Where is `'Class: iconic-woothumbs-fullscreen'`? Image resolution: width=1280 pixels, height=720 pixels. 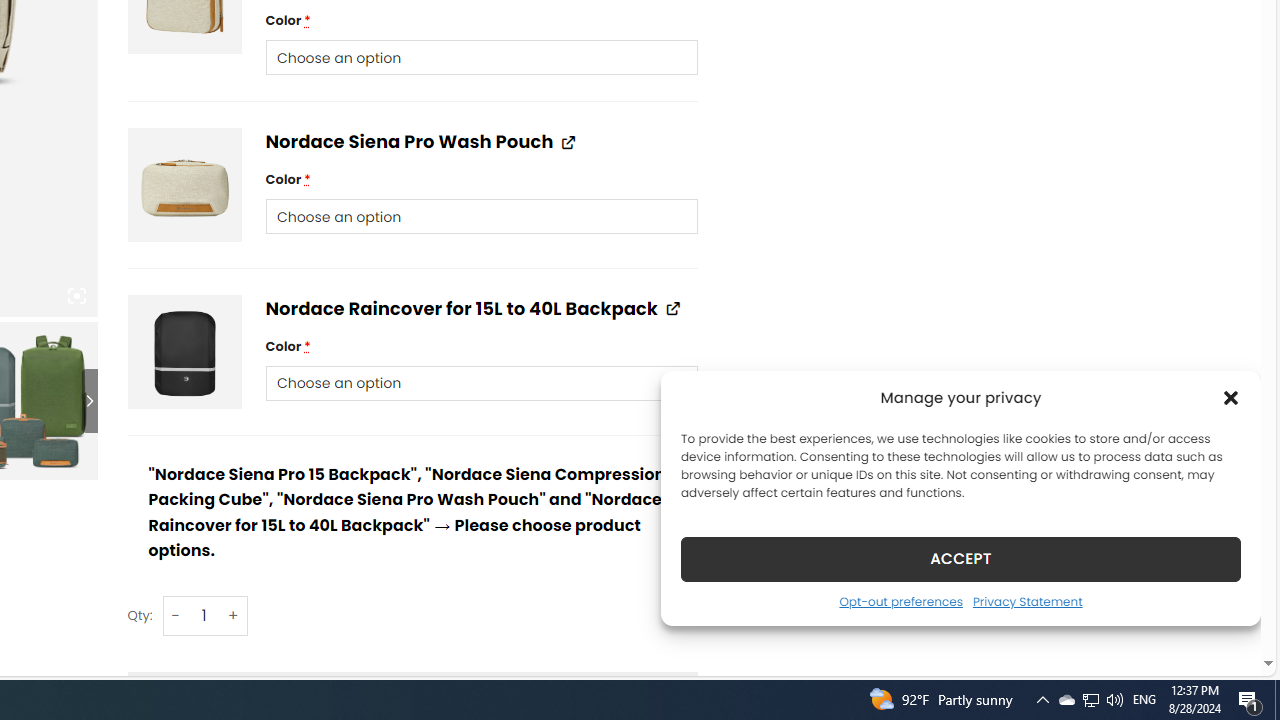 'Class: iconic-woothumbs-fullscreen' is located at coordinates (76, 296).